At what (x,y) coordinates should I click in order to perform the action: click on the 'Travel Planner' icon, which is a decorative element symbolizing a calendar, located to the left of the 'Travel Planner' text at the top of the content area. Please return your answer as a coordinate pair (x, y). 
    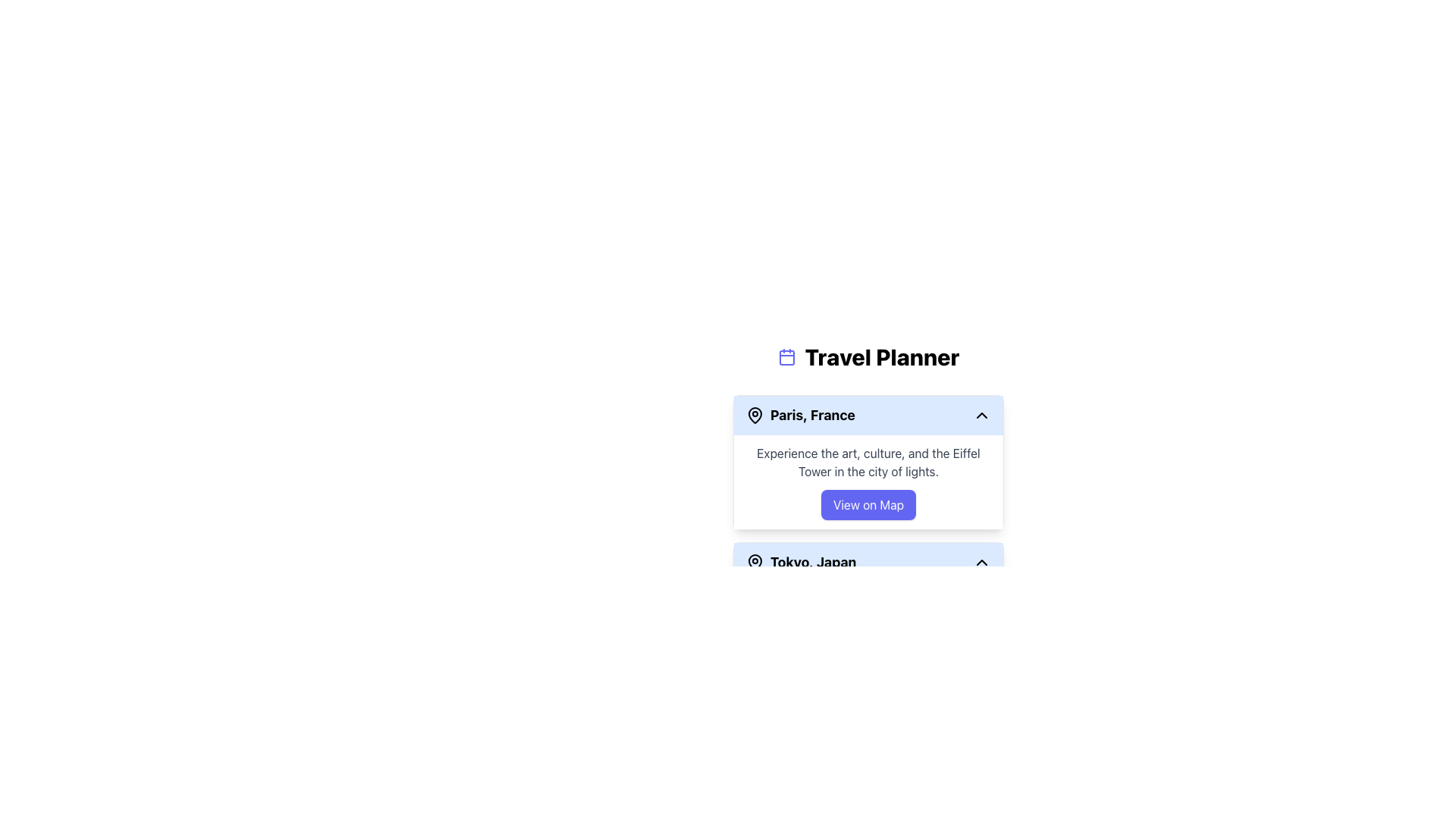
    Looking at the image, I should click on (786, 356).